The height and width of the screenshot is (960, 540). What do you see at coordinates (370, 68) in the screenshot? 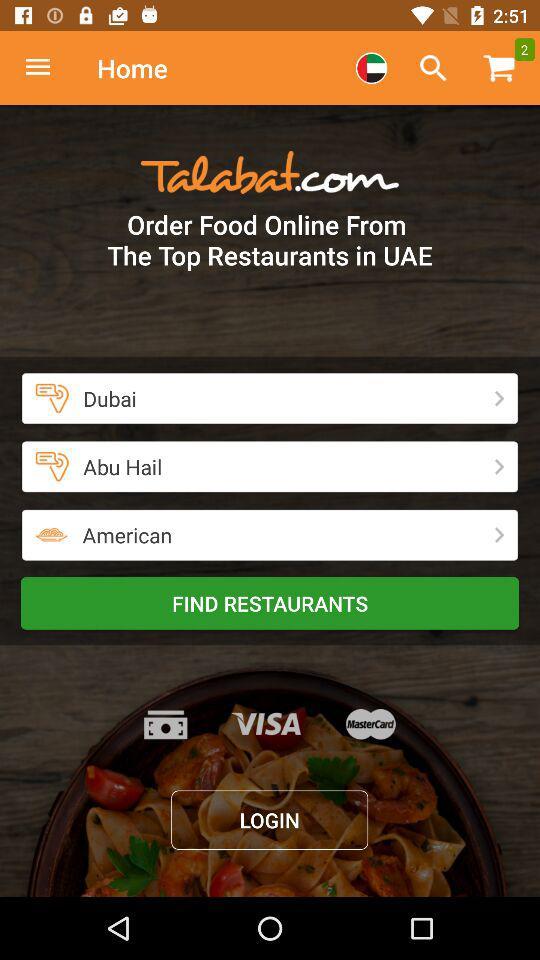
I see `change country` at bounding box center [370, 68].